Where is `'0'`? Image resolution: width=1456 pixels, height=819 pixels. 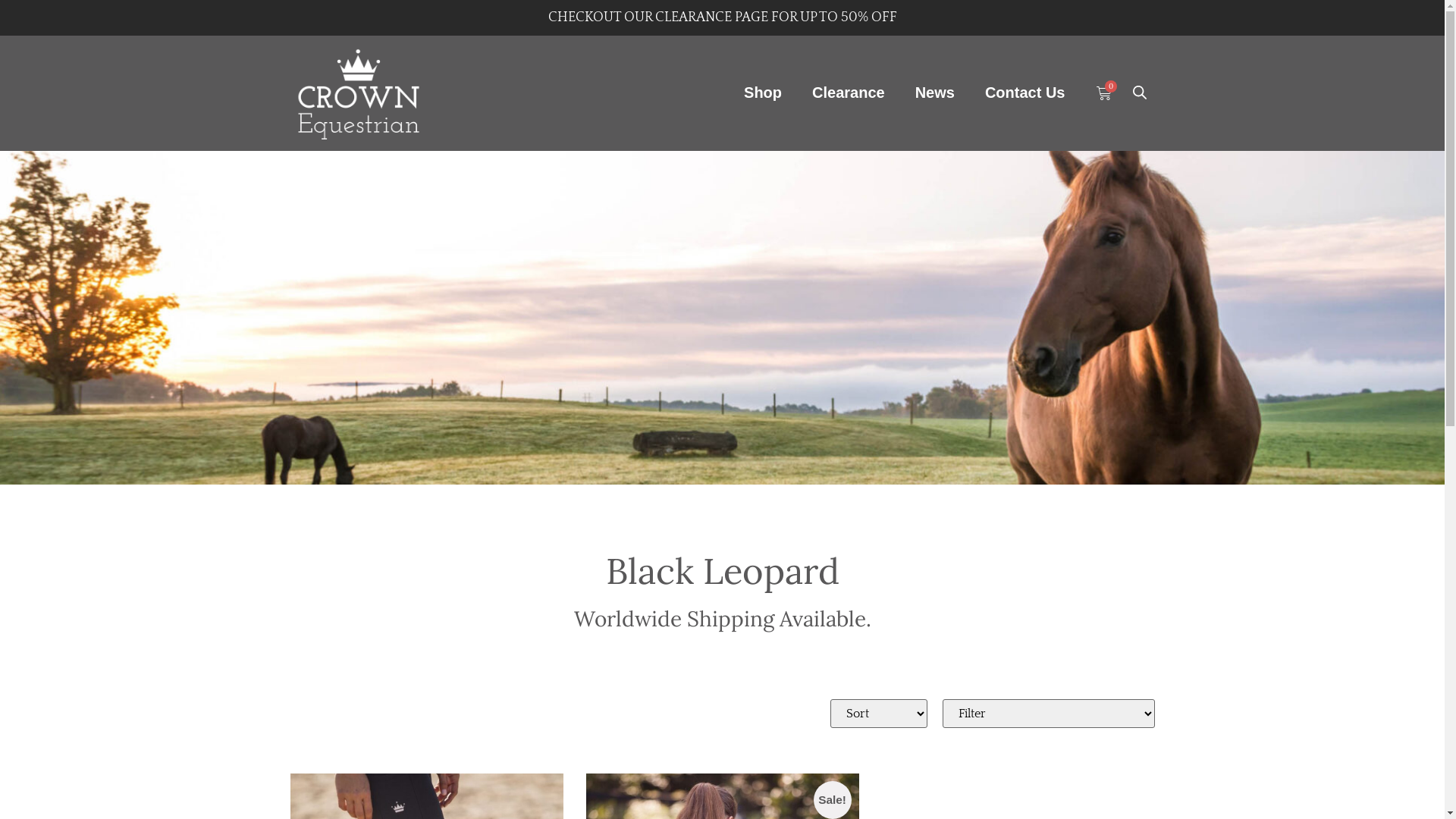 '0' is located at coordinates (1095, 93).